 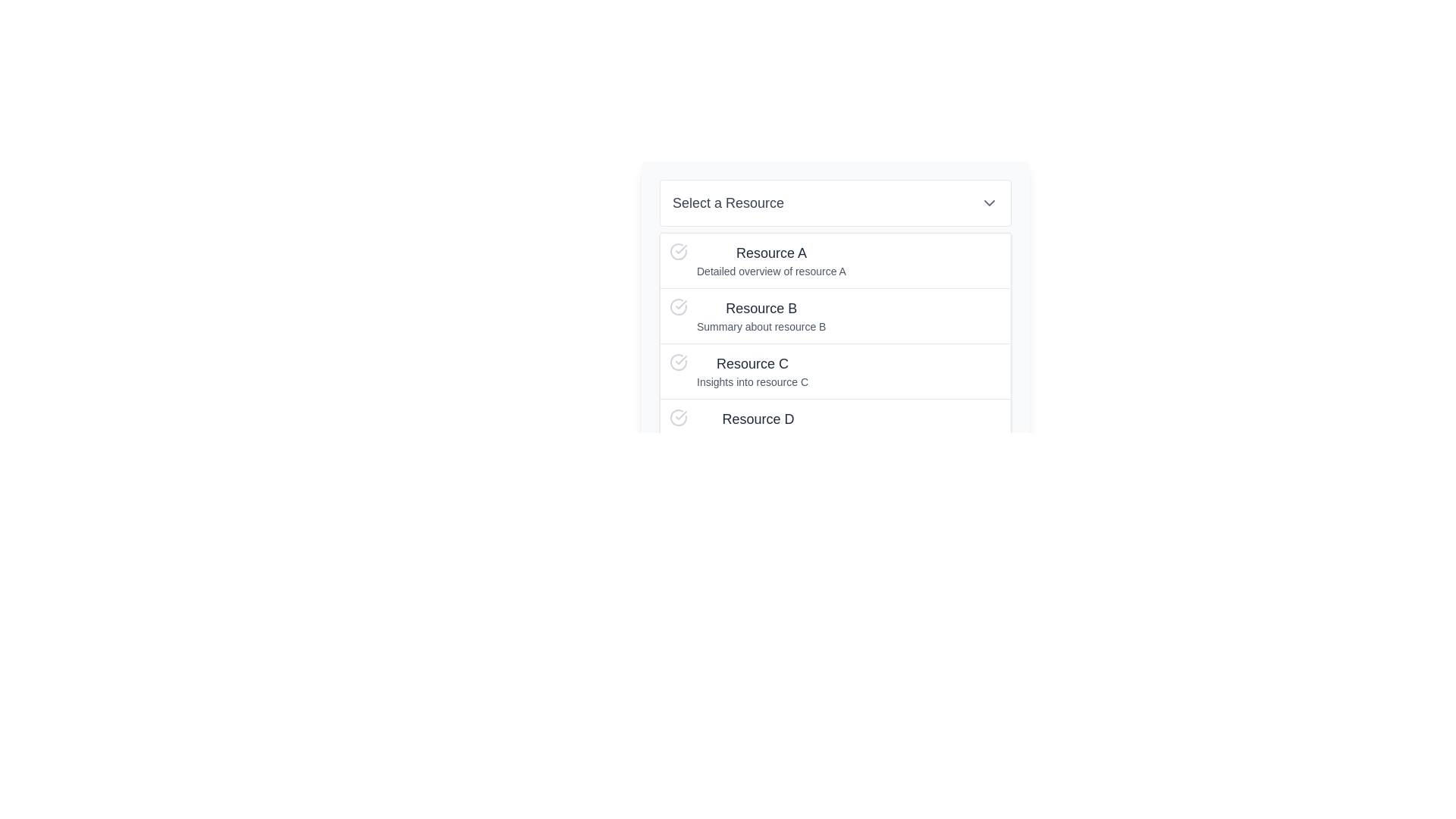 I want to click on text label 'Resource C' which is the third option in the dropdown menu under 'Select a Resource', so click(x=752, y=363).